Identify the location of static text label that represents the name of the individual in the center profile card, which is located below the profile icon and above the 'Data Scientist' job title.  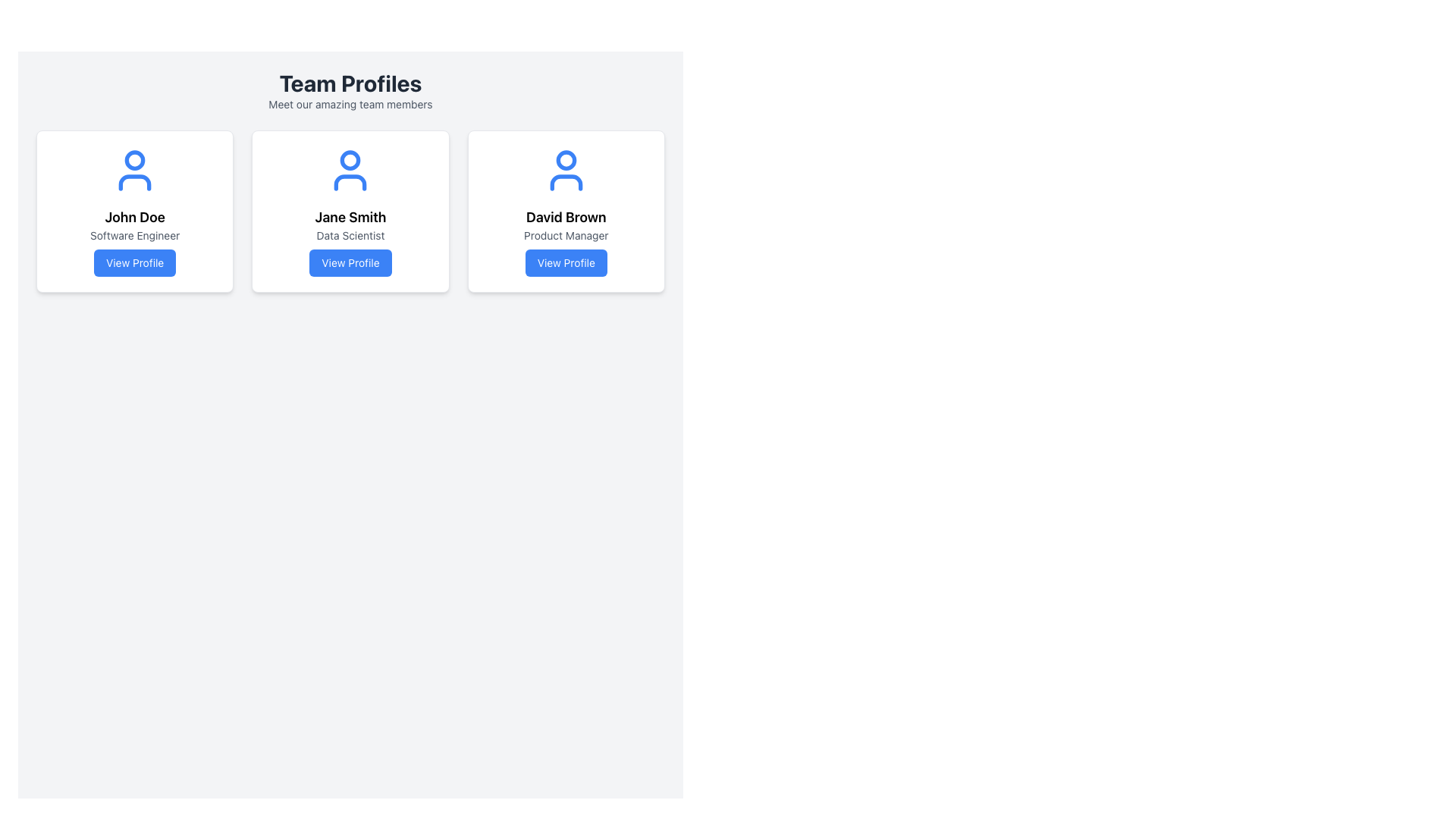
(350, 217).